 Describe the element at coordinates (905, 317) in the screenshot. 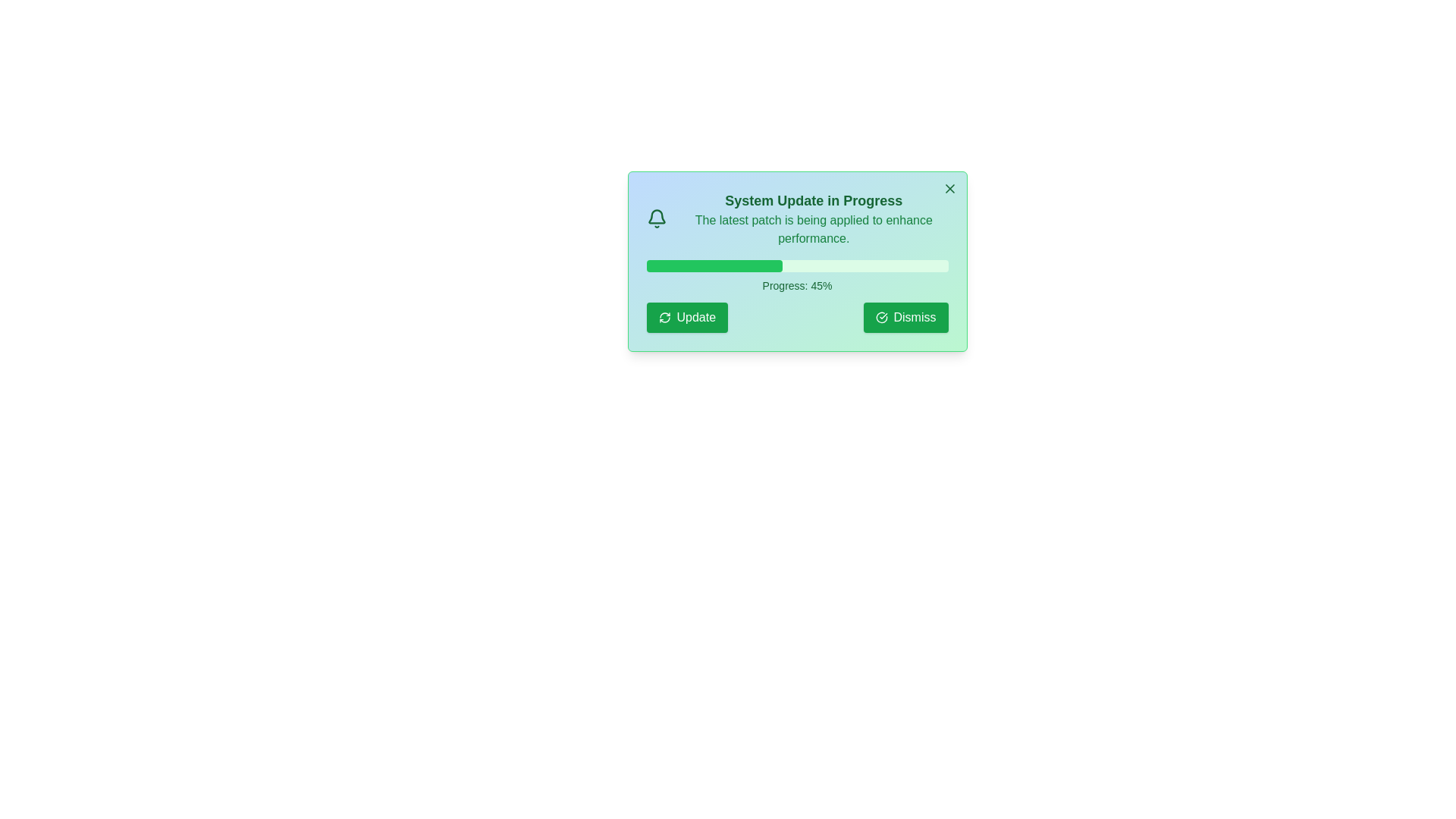

I see `the dismiss button to close the alert` at that location.